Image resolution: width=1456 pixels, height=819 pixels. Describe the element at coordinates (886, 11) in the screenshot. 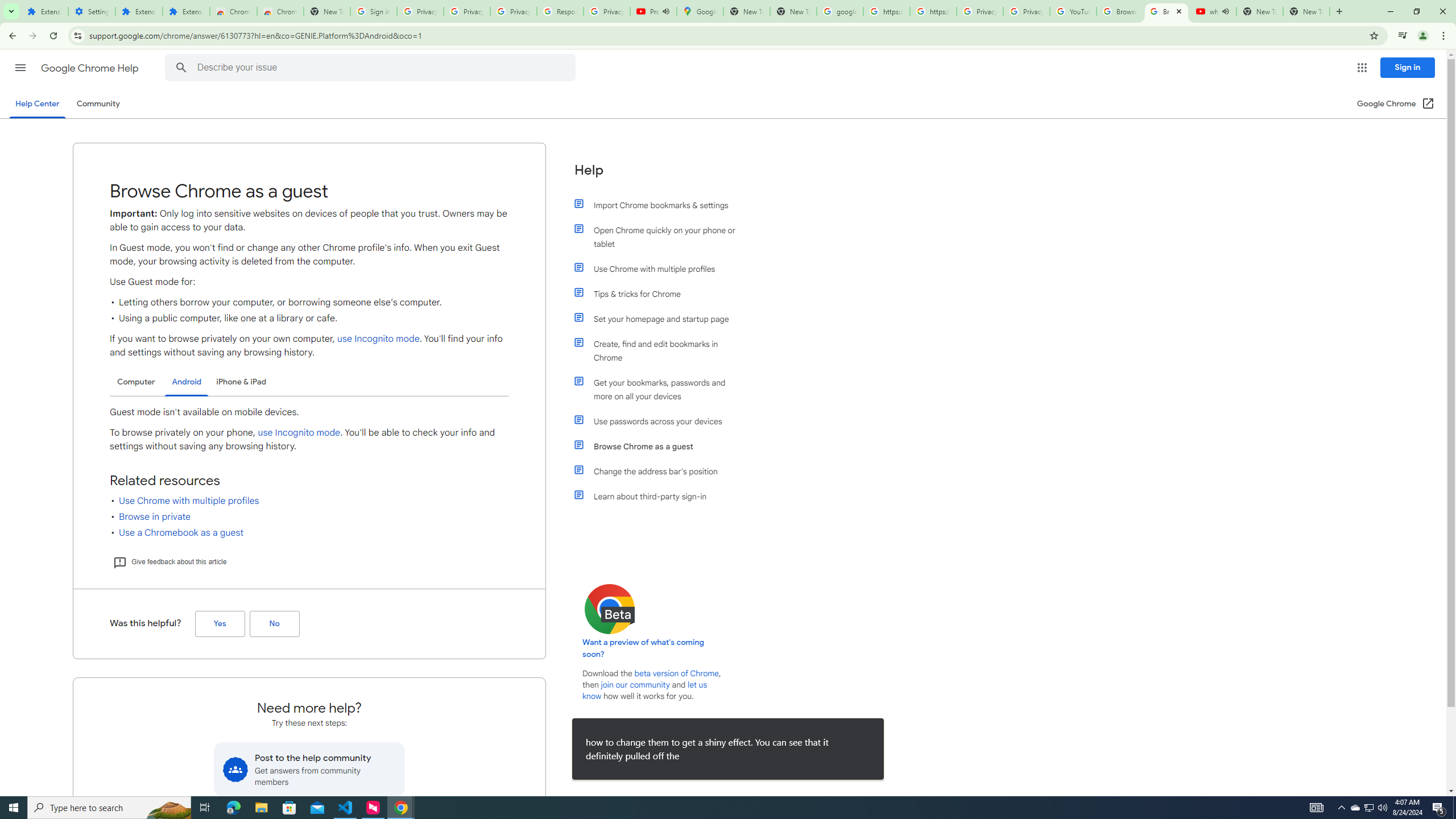

I see `'https://scholar.google.com/'` at that location.